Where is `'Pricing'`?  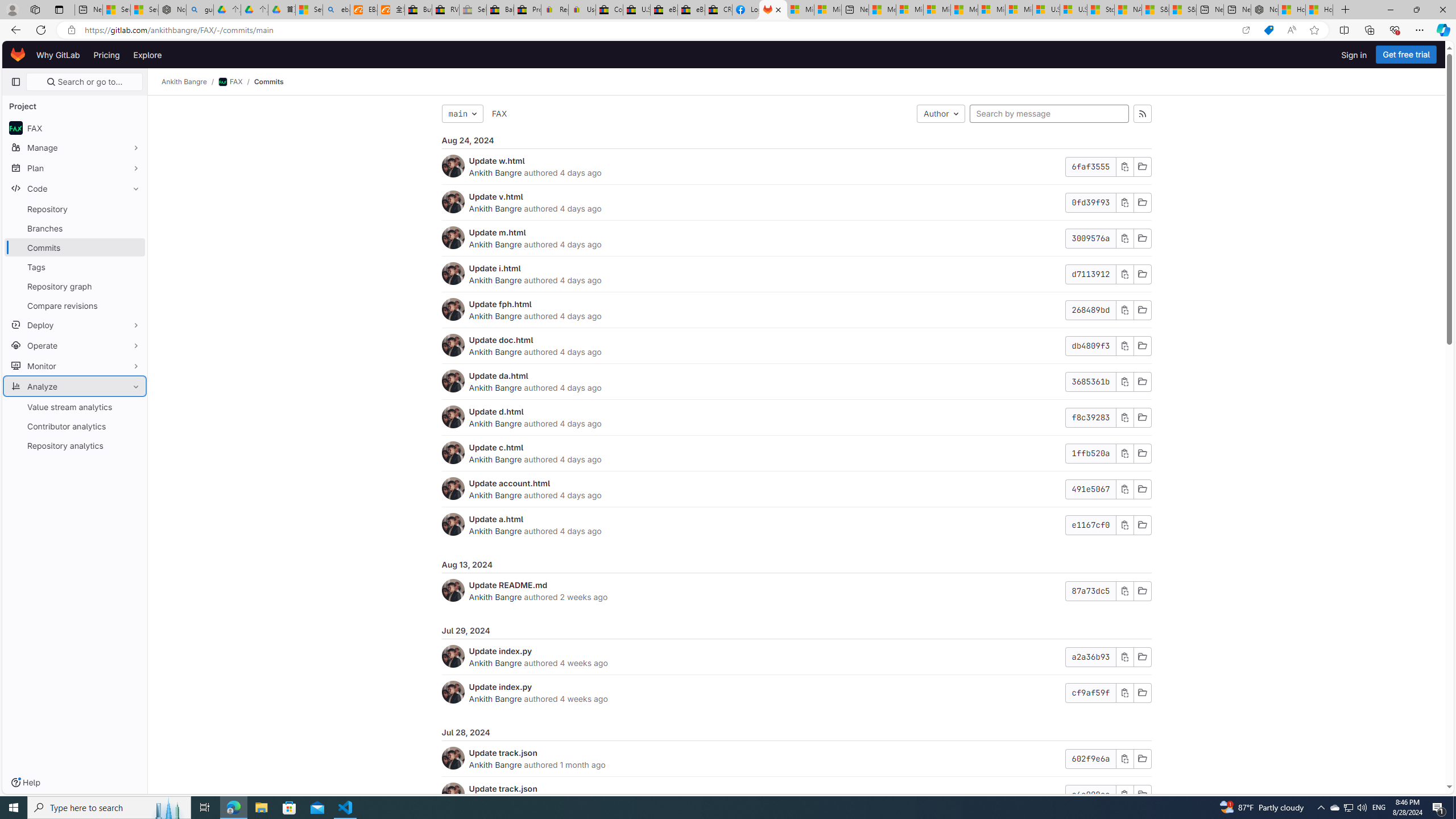
'Pricing' is located at coordinates (106, 54).